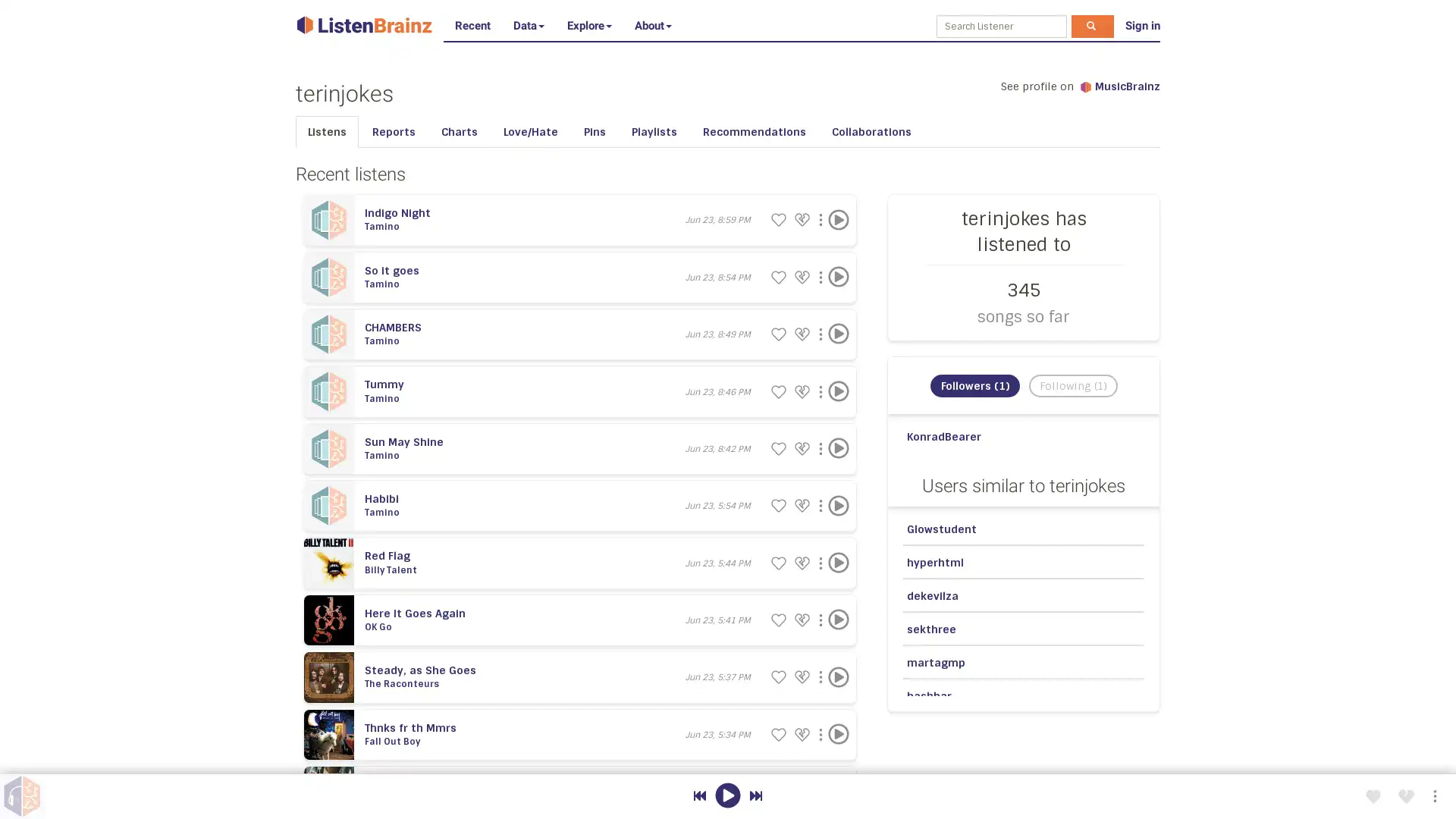 This screenshot has width=1456, height=819. Describe the element at coordinates (837, 790) in the screenshot. I see `Play` at that location.